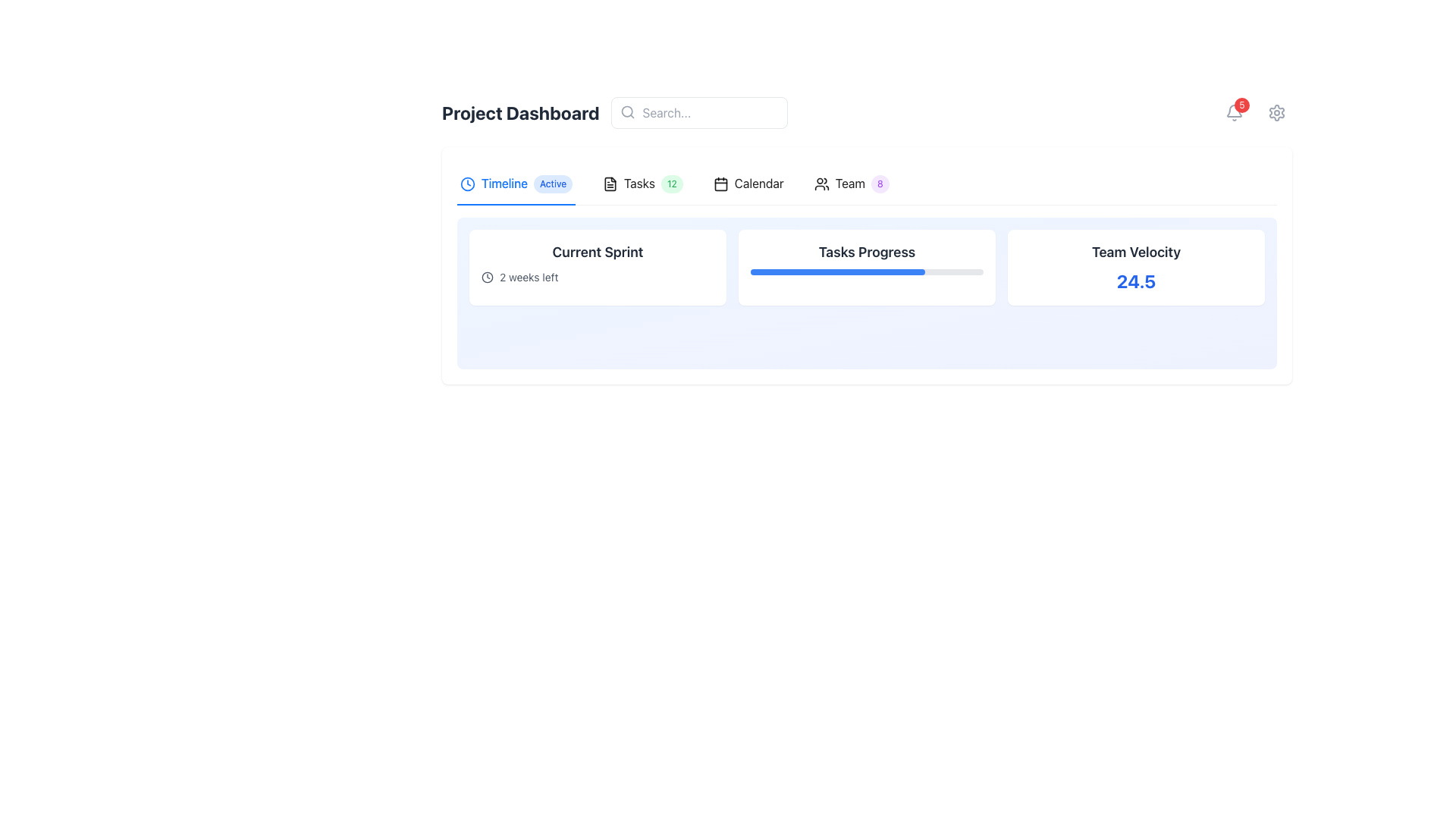  I want to click on the Icon located adjacent to the 'Tasks' label in the task-related section of the dashboard header, so click(610, 183).